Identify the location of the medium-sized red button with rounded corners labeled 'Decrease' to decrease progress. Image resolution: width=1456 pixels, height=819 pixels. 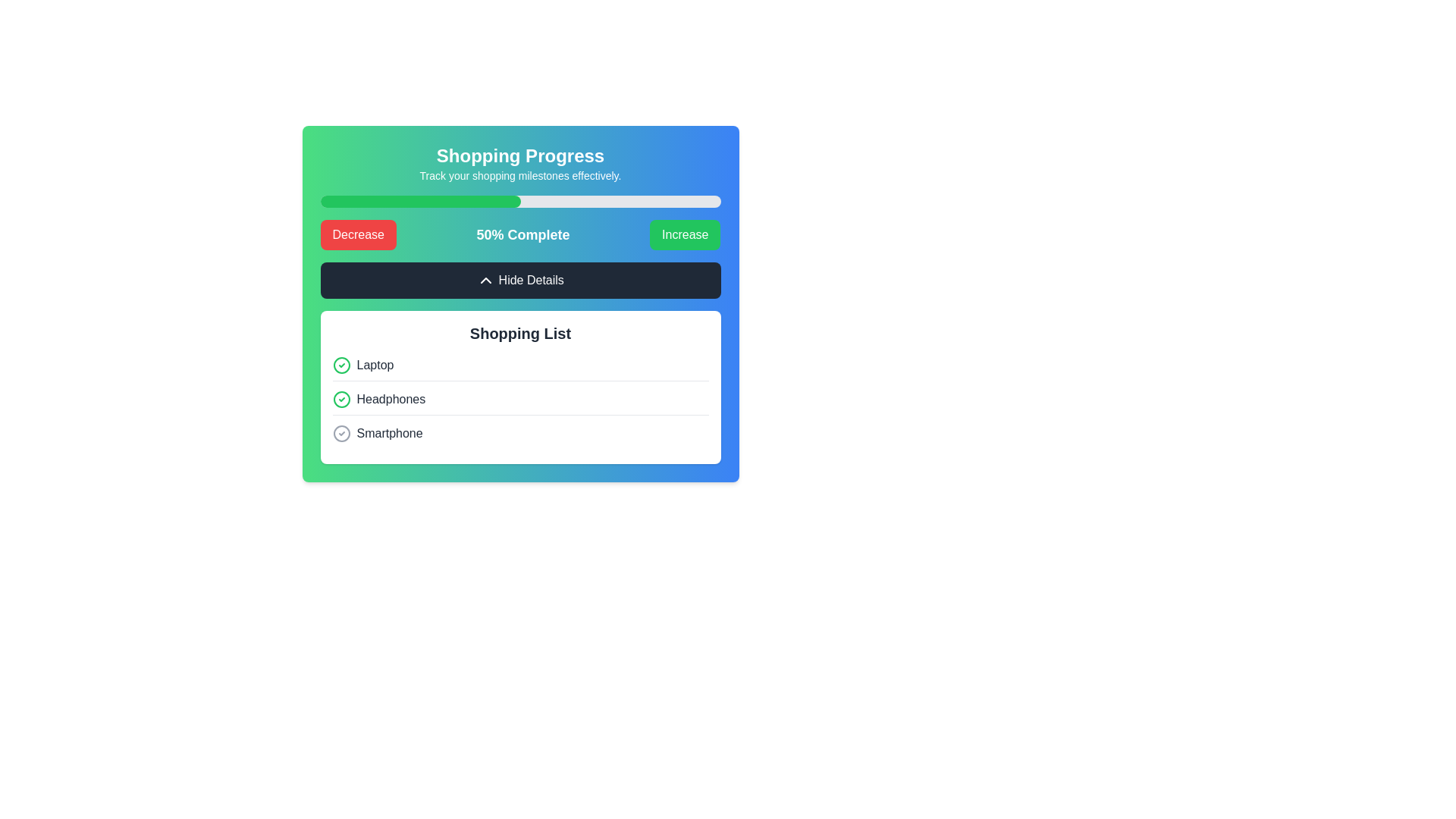
(357, 234).